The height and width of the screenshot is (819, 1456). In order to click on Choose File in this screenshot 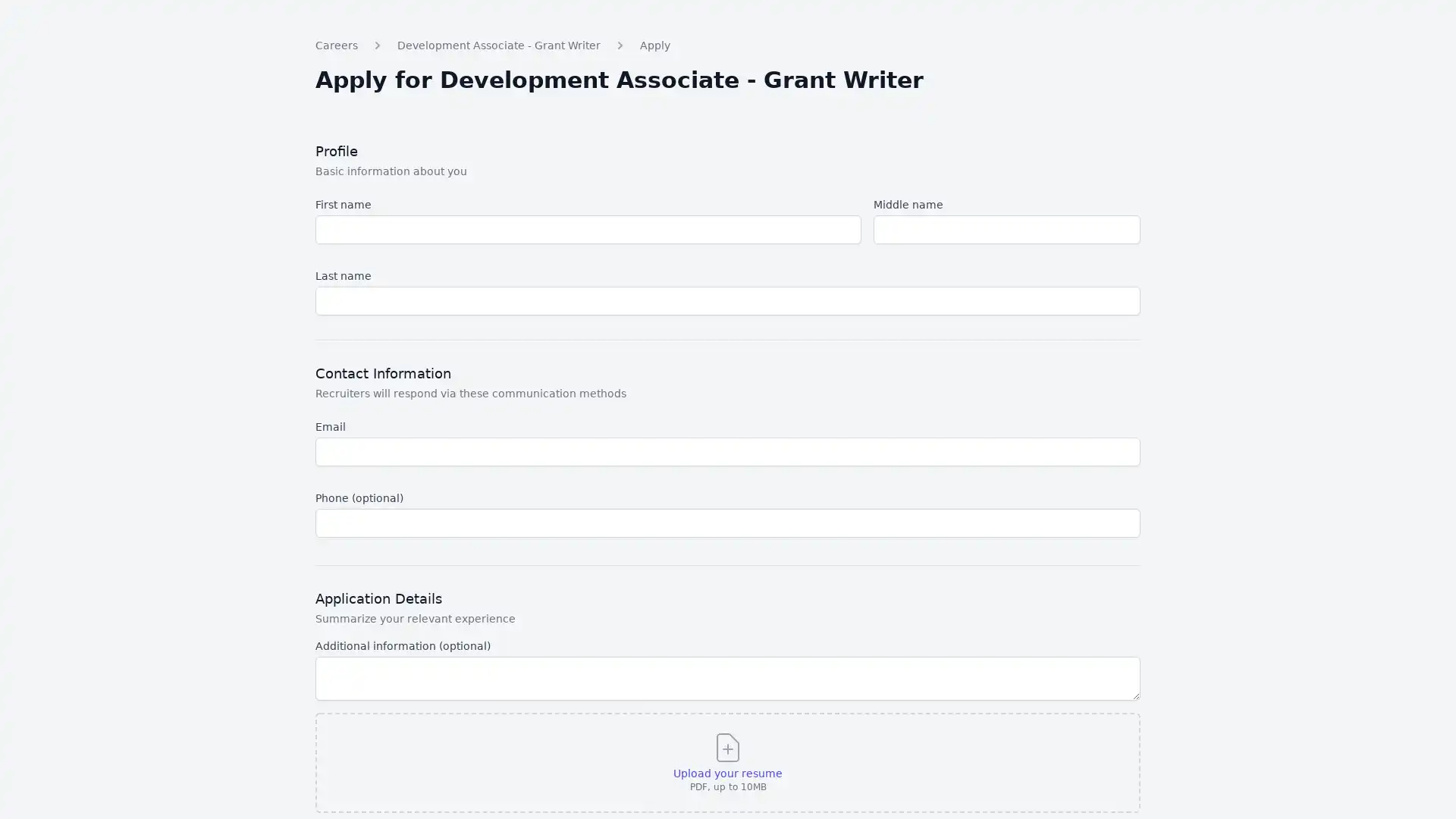, I will do `click(764, 801)`.